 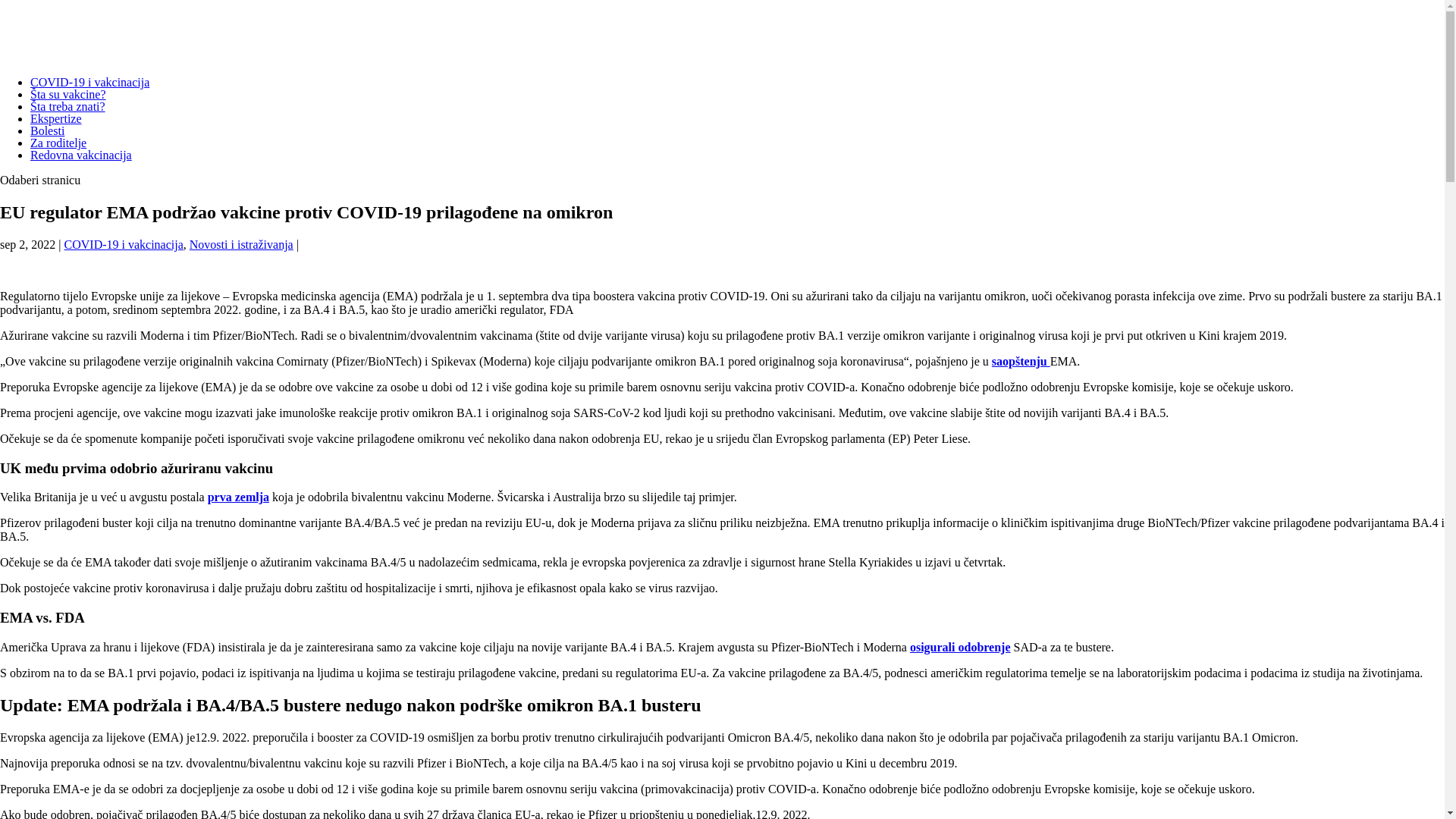 What do you see at coordinates (80, 155) in the screenshot?
I see `'Redovna vakcinacija'` at bounding box center [80, 155].